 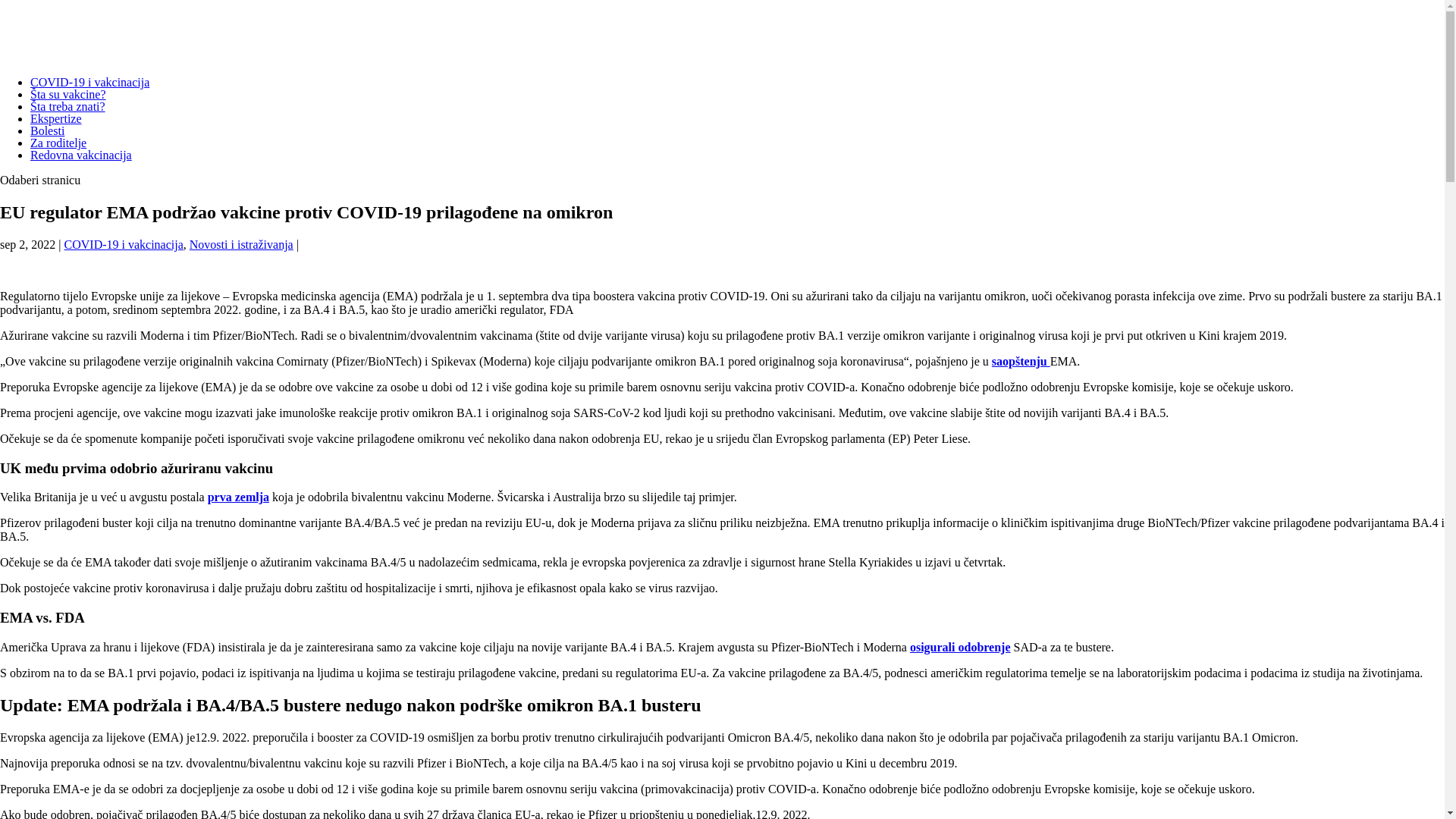 What do you see at coordinates (80, 155) in the screenshot?
I see `'Redovna vakcinacija'` at bounding box center [80, 155].